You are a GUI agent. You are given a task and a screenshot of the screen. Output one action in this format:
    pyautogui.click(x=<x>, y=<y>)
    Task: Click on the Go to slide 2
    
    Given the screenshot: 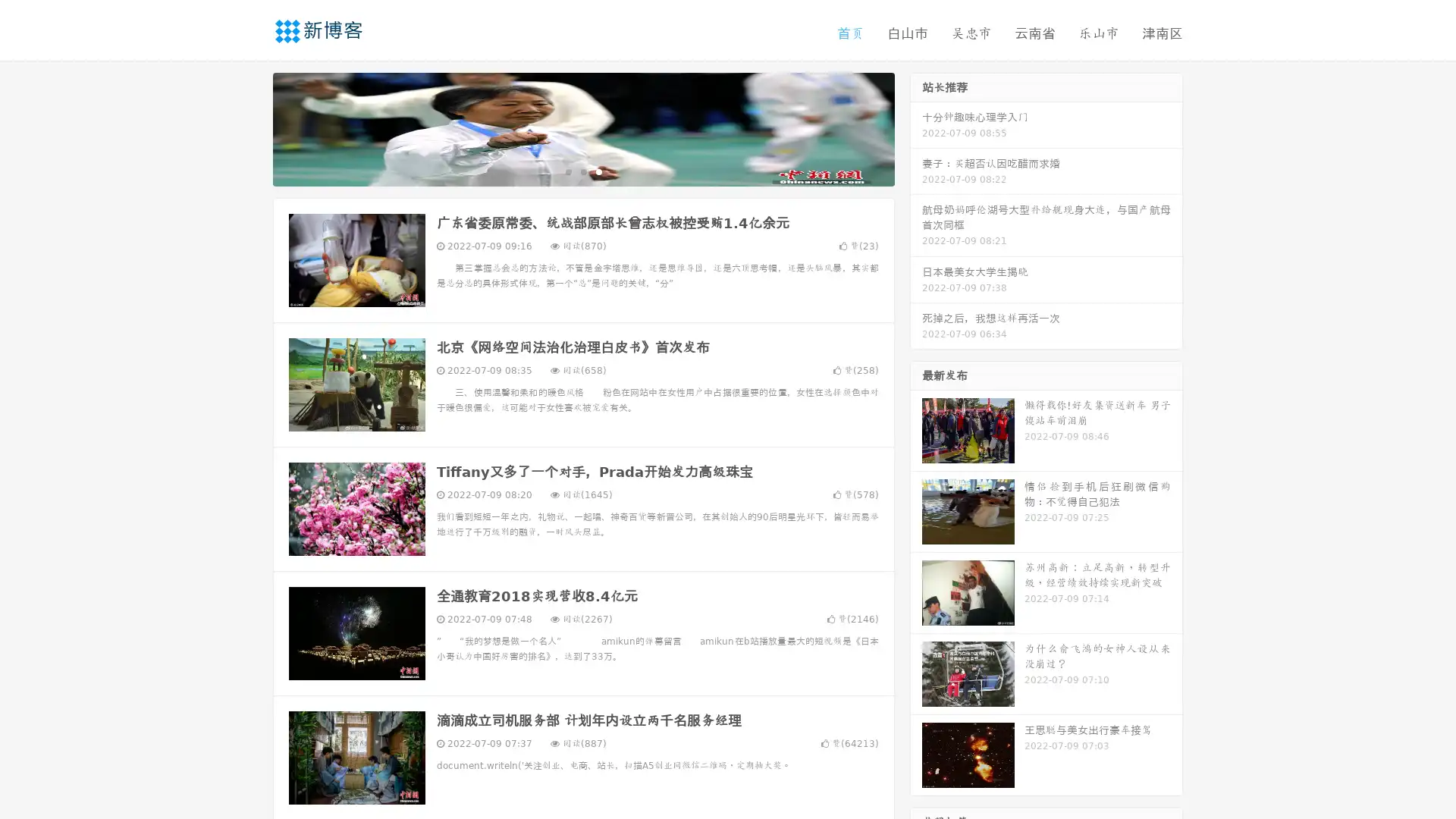 What is the action you would take?
    pyautogui.click(x=582, y=171)
    